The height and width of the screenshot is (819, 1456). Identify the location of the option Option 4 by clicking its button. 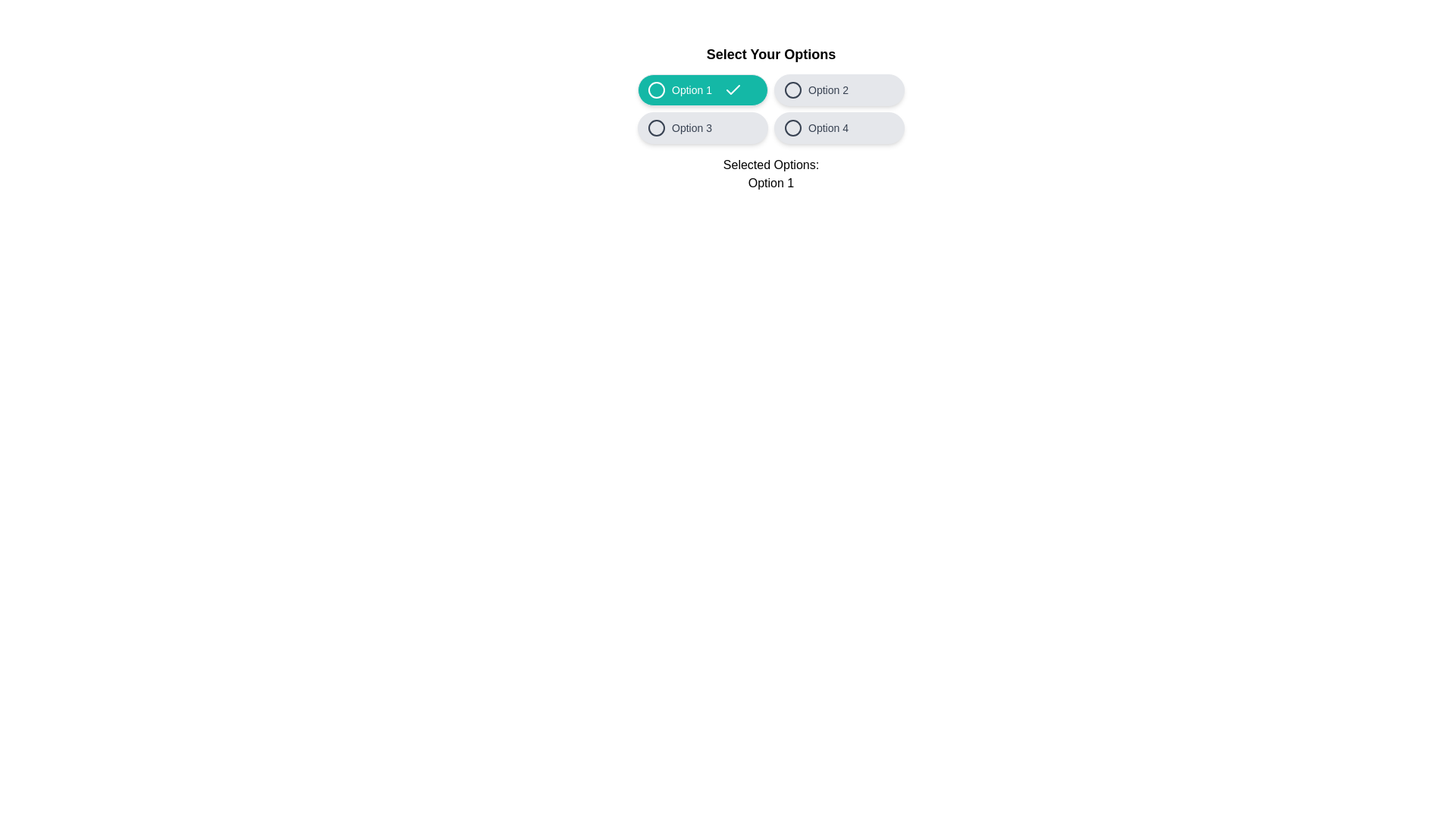
(839, 127).